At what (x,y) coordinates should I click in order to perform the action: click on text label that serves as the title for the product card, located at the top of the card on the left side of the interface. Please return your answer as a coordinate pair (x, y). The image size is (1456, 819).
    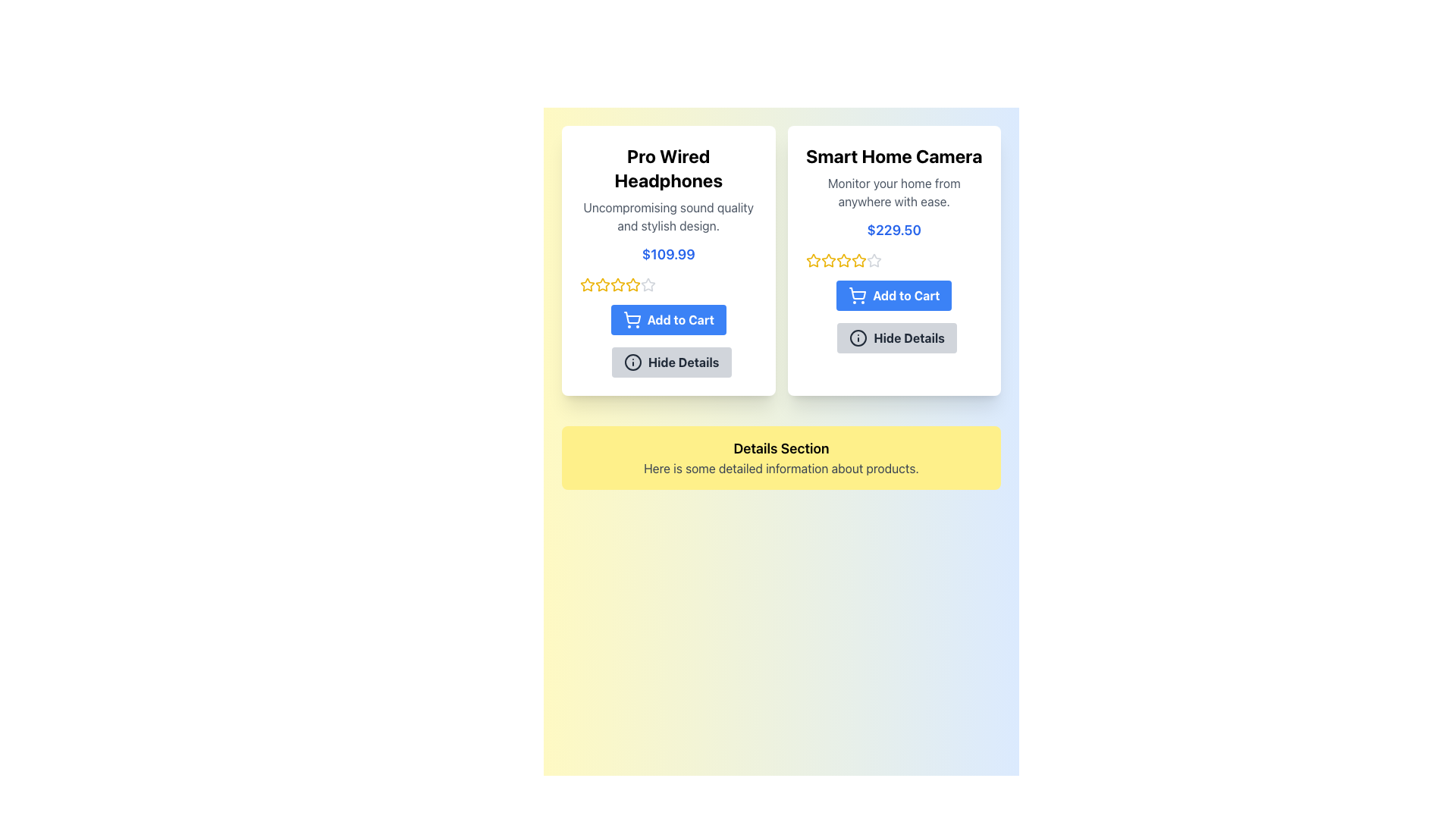
    Looking at the image, I should click on (667, 168).